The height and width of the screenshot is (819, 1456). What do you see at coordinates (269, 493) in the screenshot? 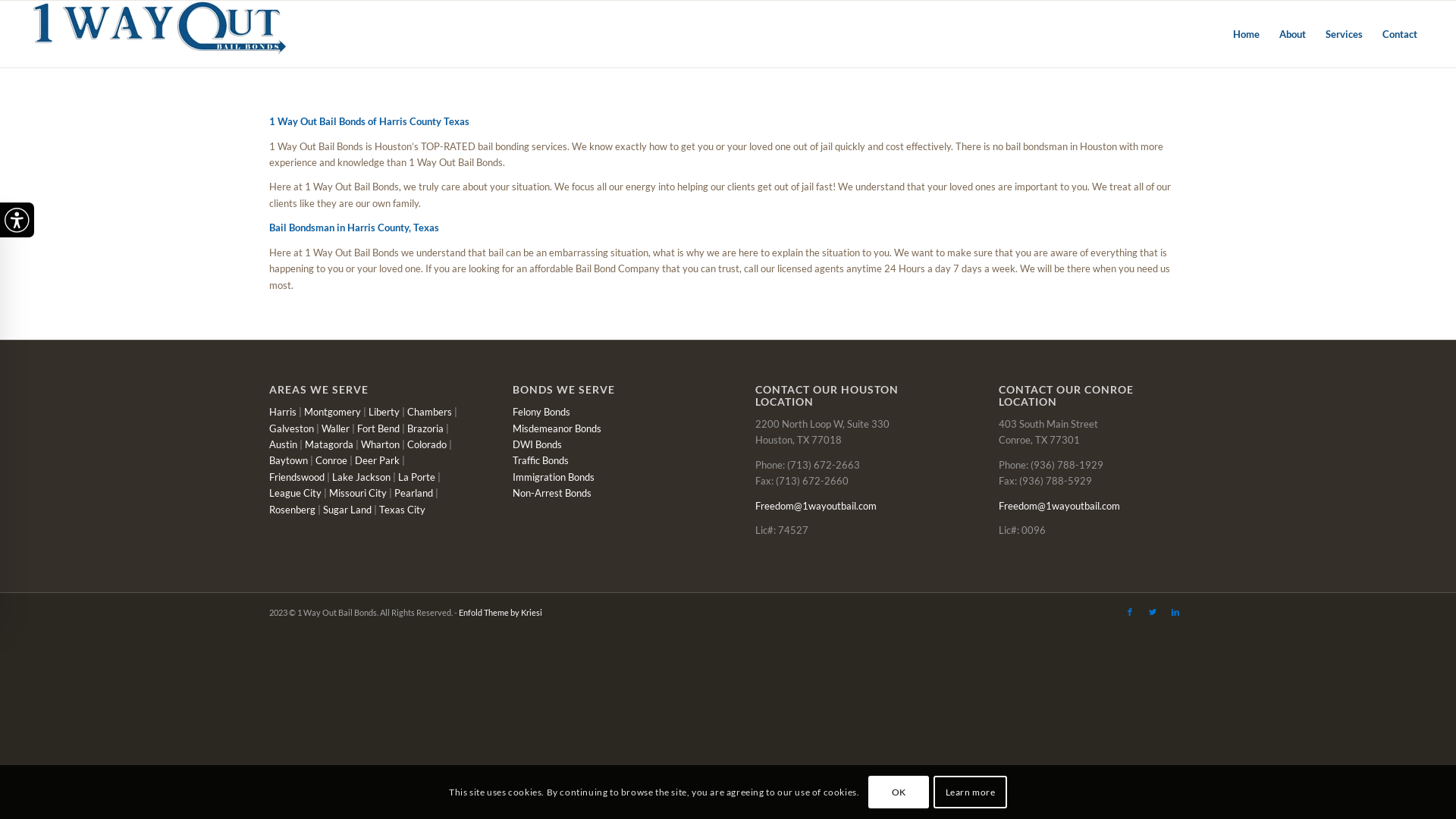
I see `'League City'` at bounding box center [269, 493].